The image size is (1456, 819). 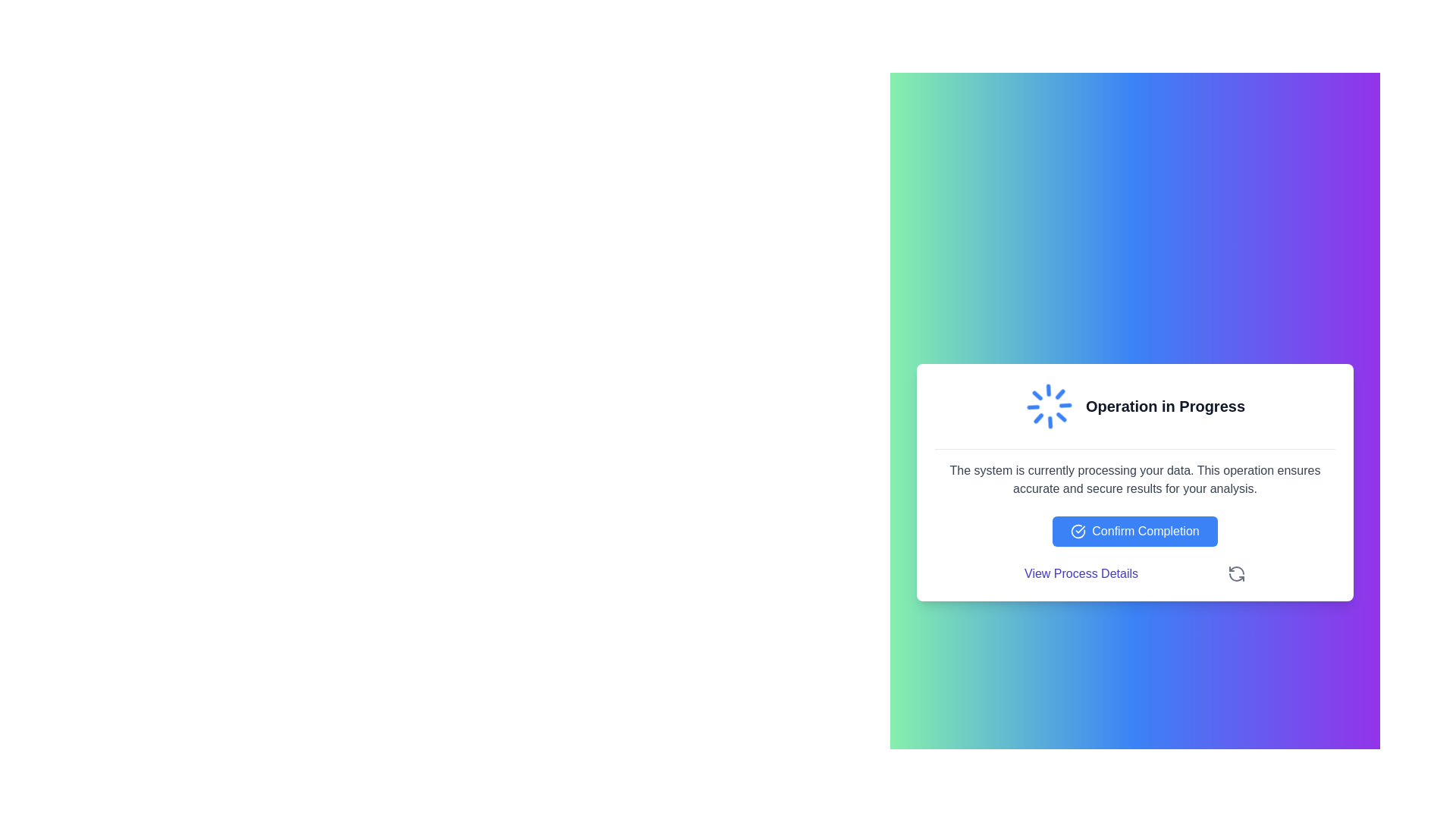 What do you see at coordinates (1048, 405) in the screenshot?
I see `the circular animated blue loader icon displayed in the central upper part of the message box with the text 'Operation in Progress'` at bounding box center [1048, 405].